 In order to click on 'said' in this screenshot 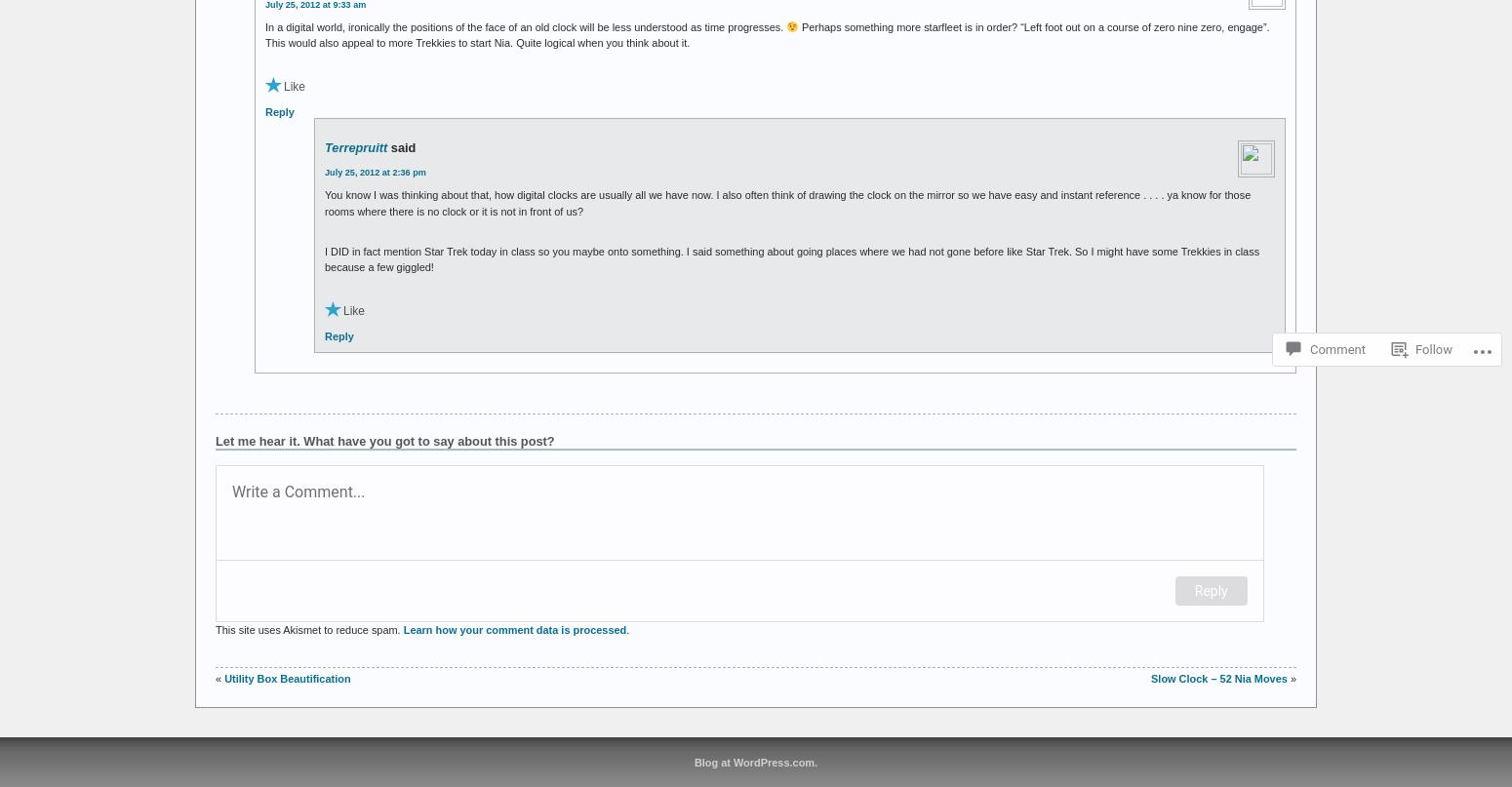, I will do `click(403, 146)`.